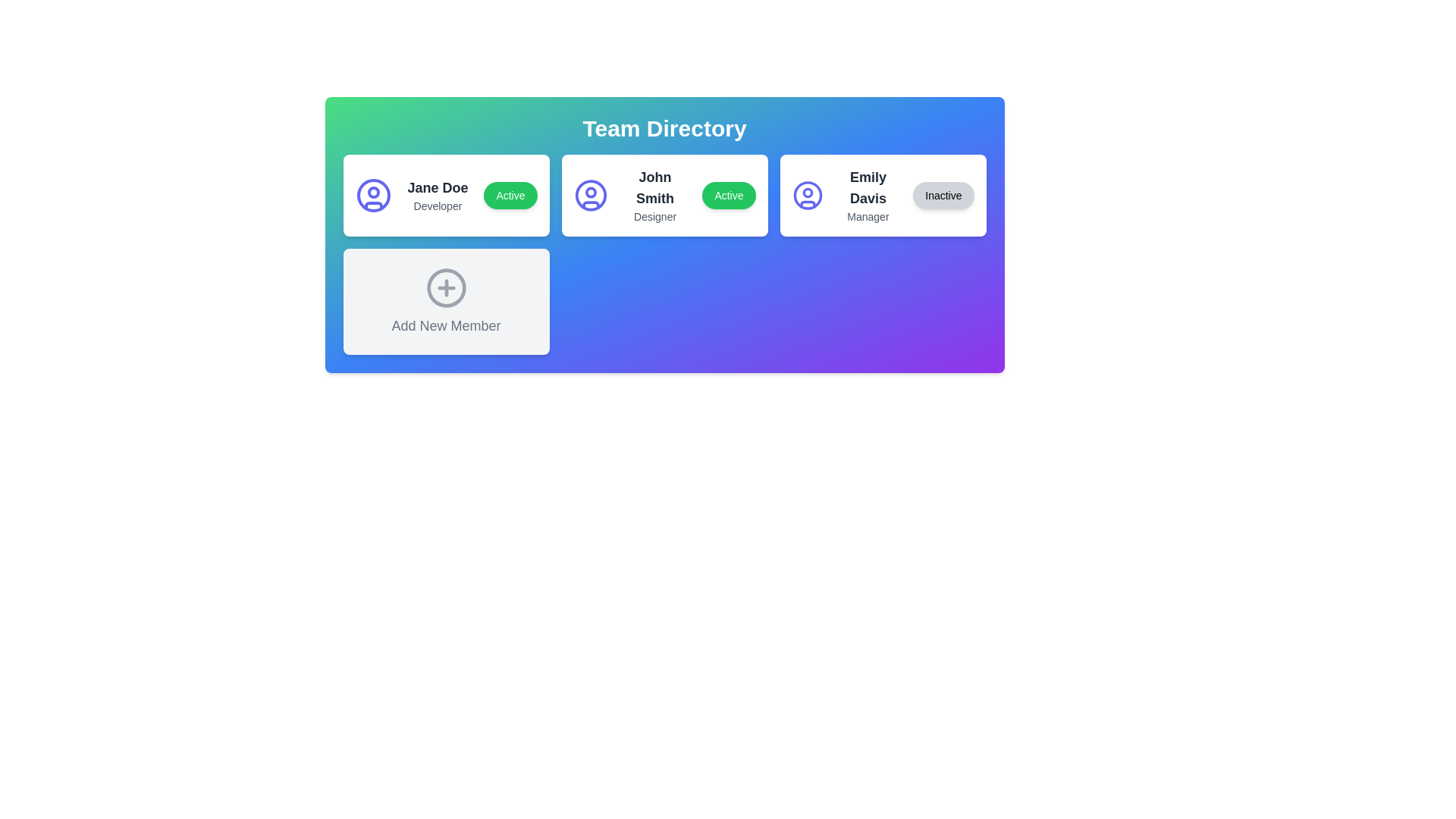 This screenshot has width=1456, height=819. I want to click on the Header Text that serves as a title for the team members' directory, which is positioned at the top of a colorful gradient background area and is horizontally centered above the members' cards grid, so click(664, 127).